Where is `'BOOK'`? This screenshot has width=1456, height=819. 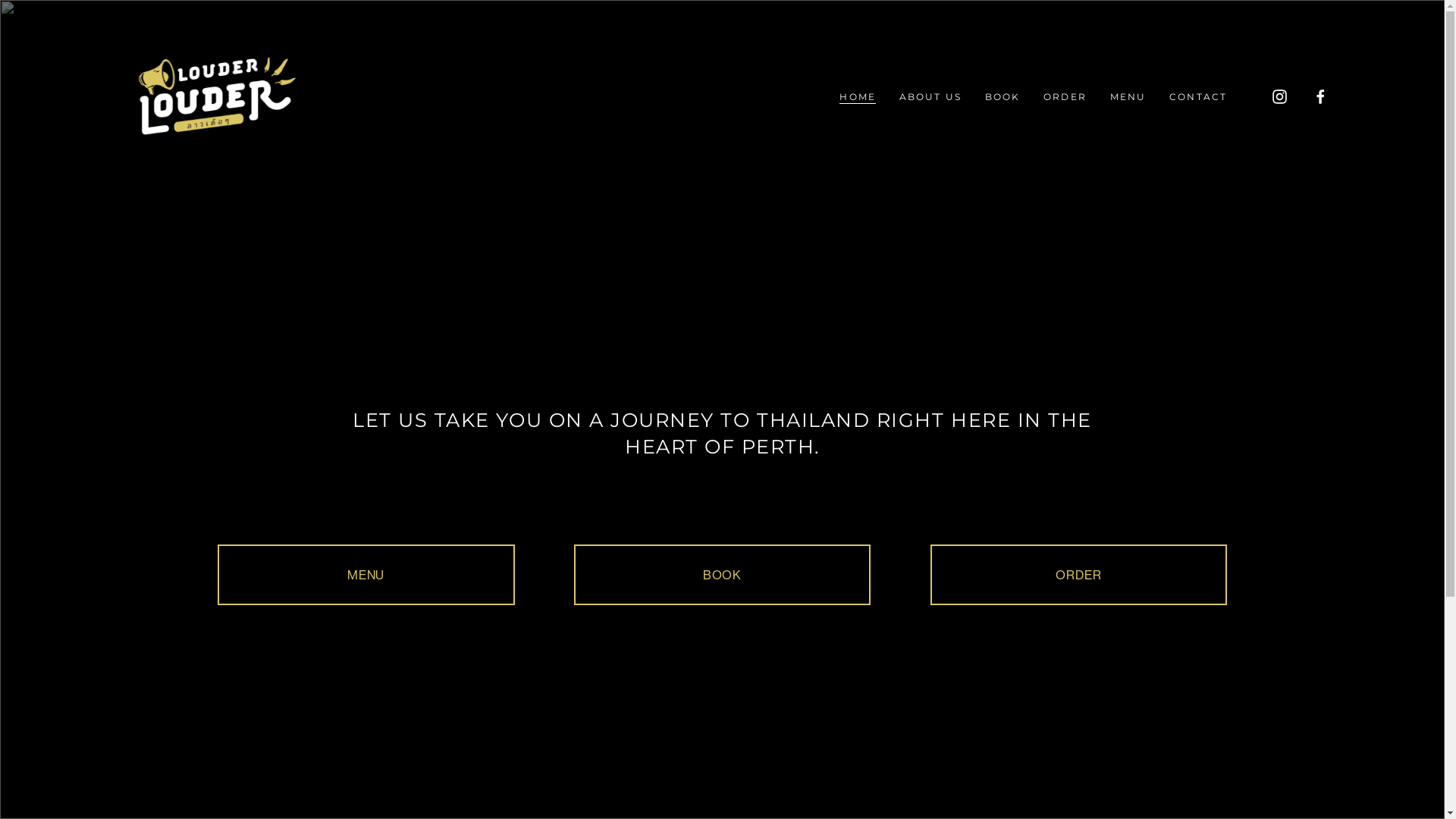
'BOOK' is located at coordinates (722, 575).